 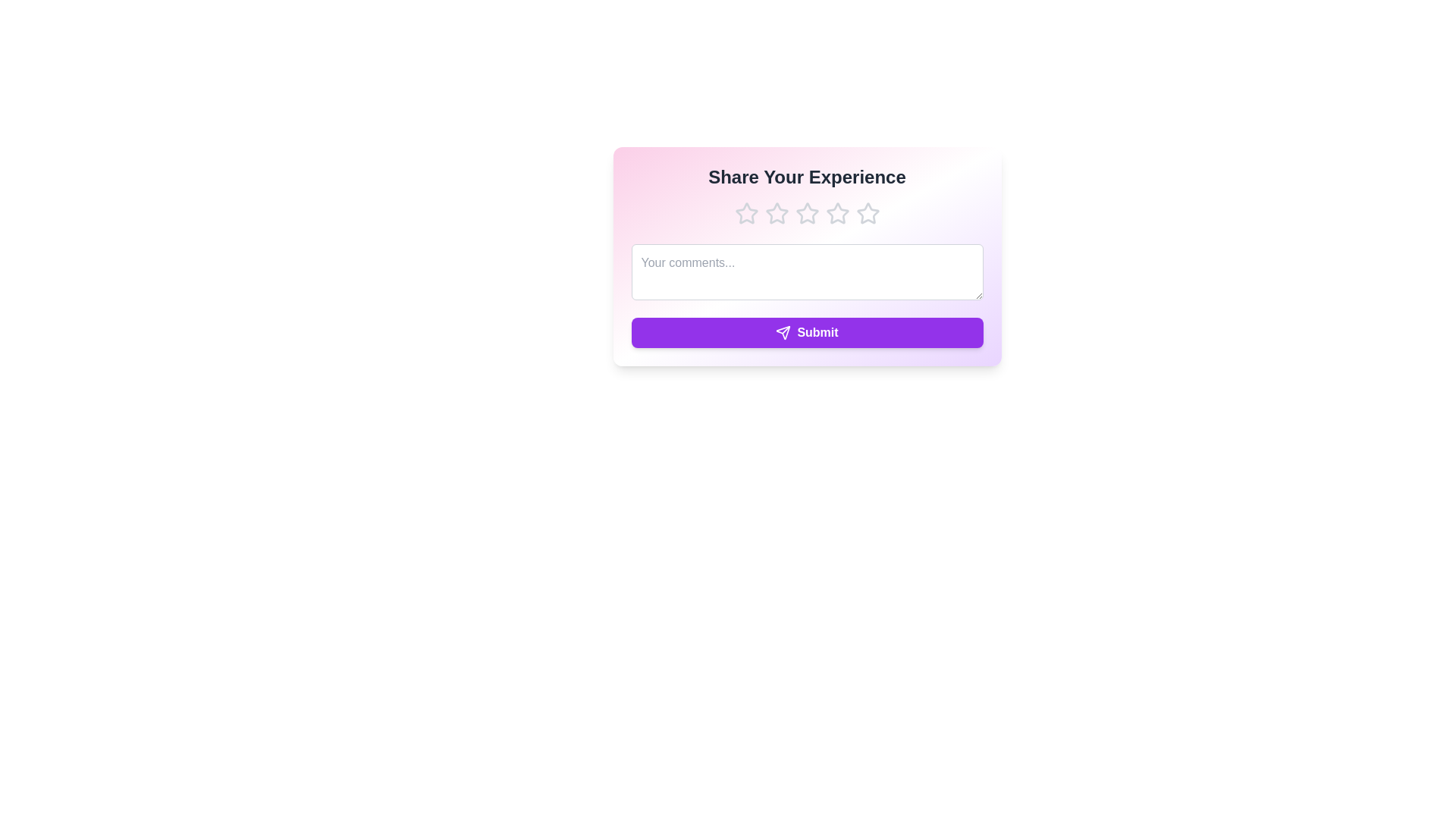 What do you see at coordinates (868, 213) in the screenshot?
I see `the fourth star in the five-star rating system` at bounding box center [868, 213].